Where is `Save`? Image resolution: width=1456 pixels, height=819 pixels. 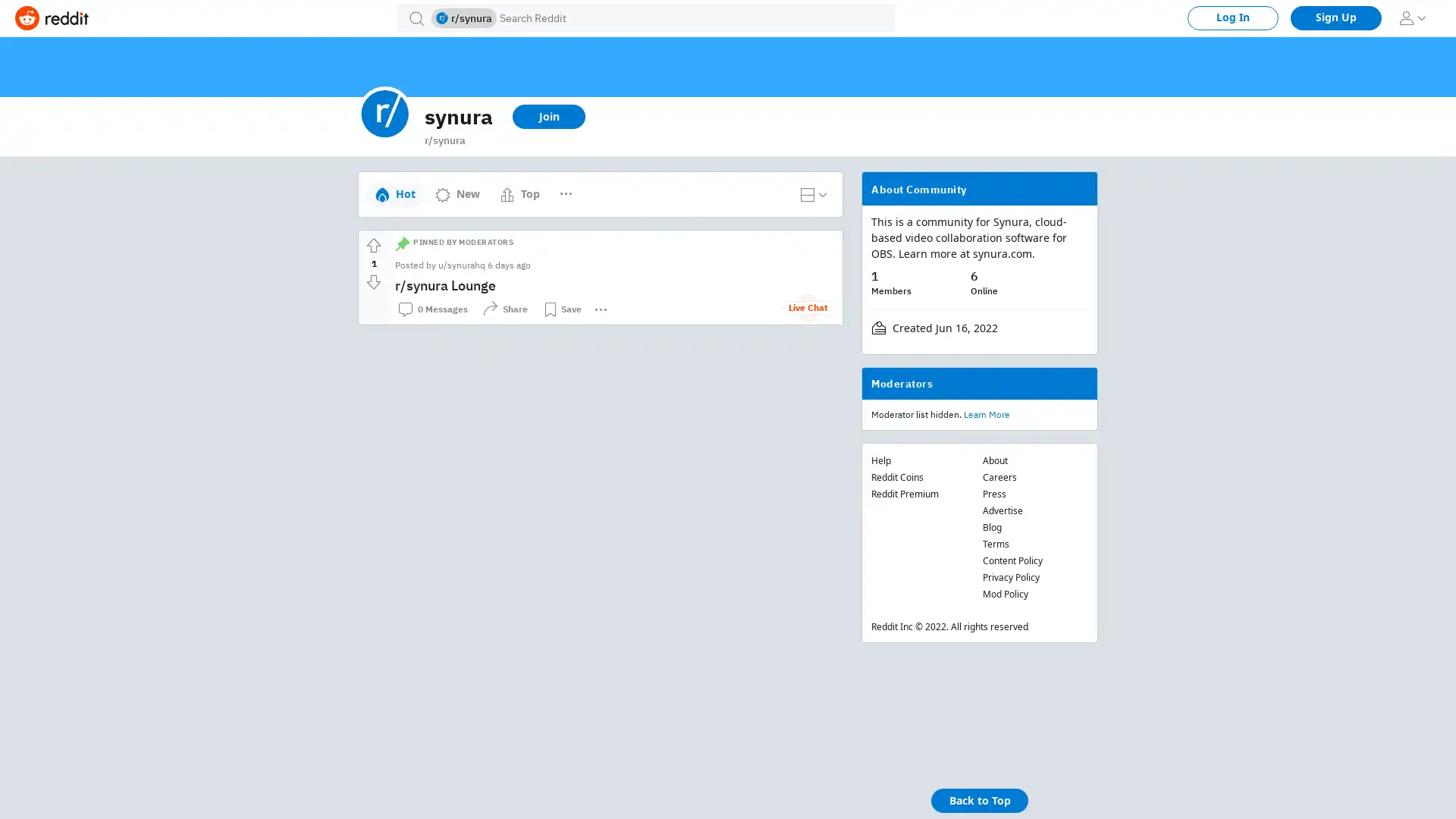 Save is located at coordinates (561, 309).